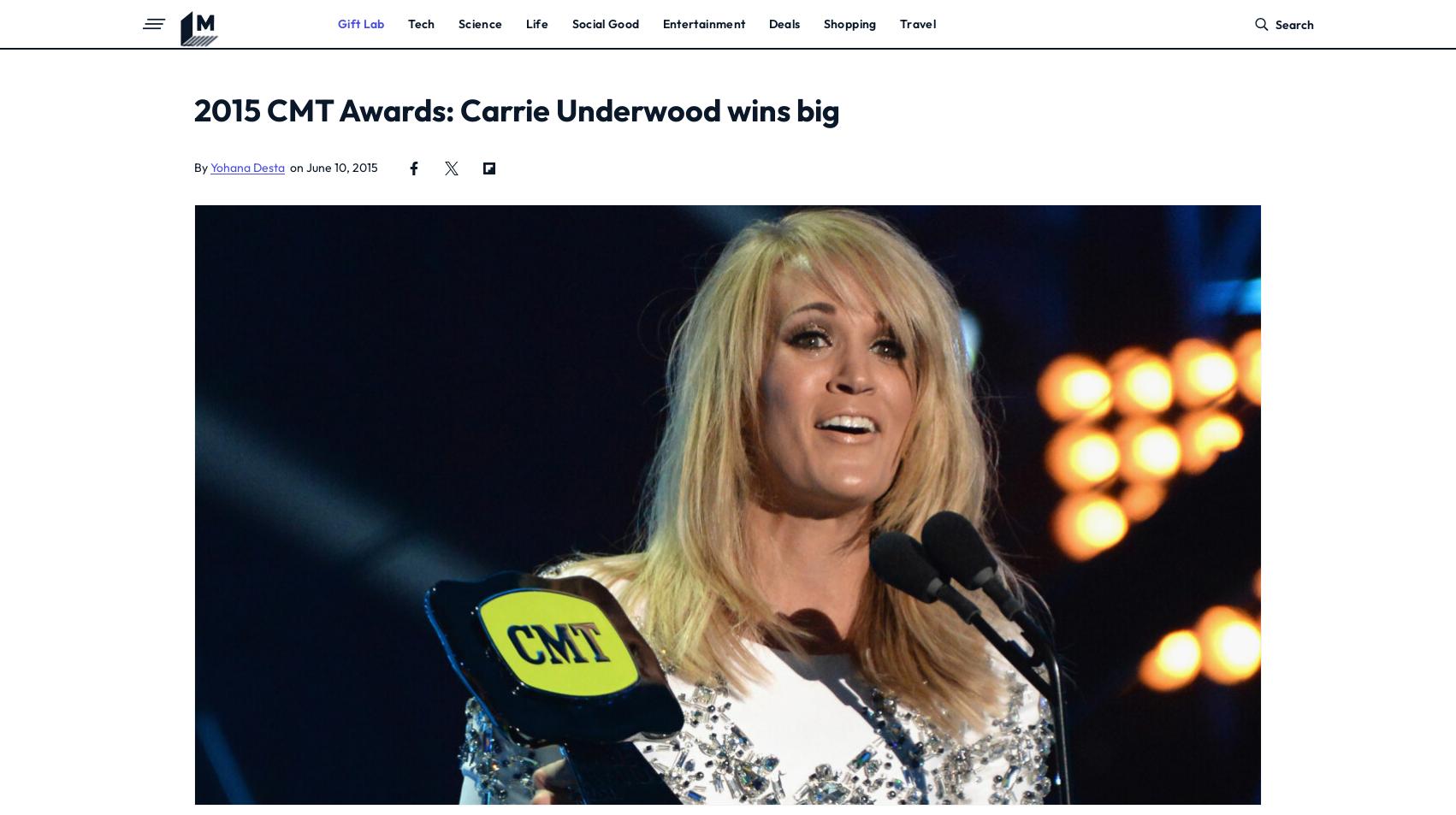 The image size is (1456, 815). Describe the element at coordinates (767, 23) in the screenshot. I see `'Deals'` at that location.